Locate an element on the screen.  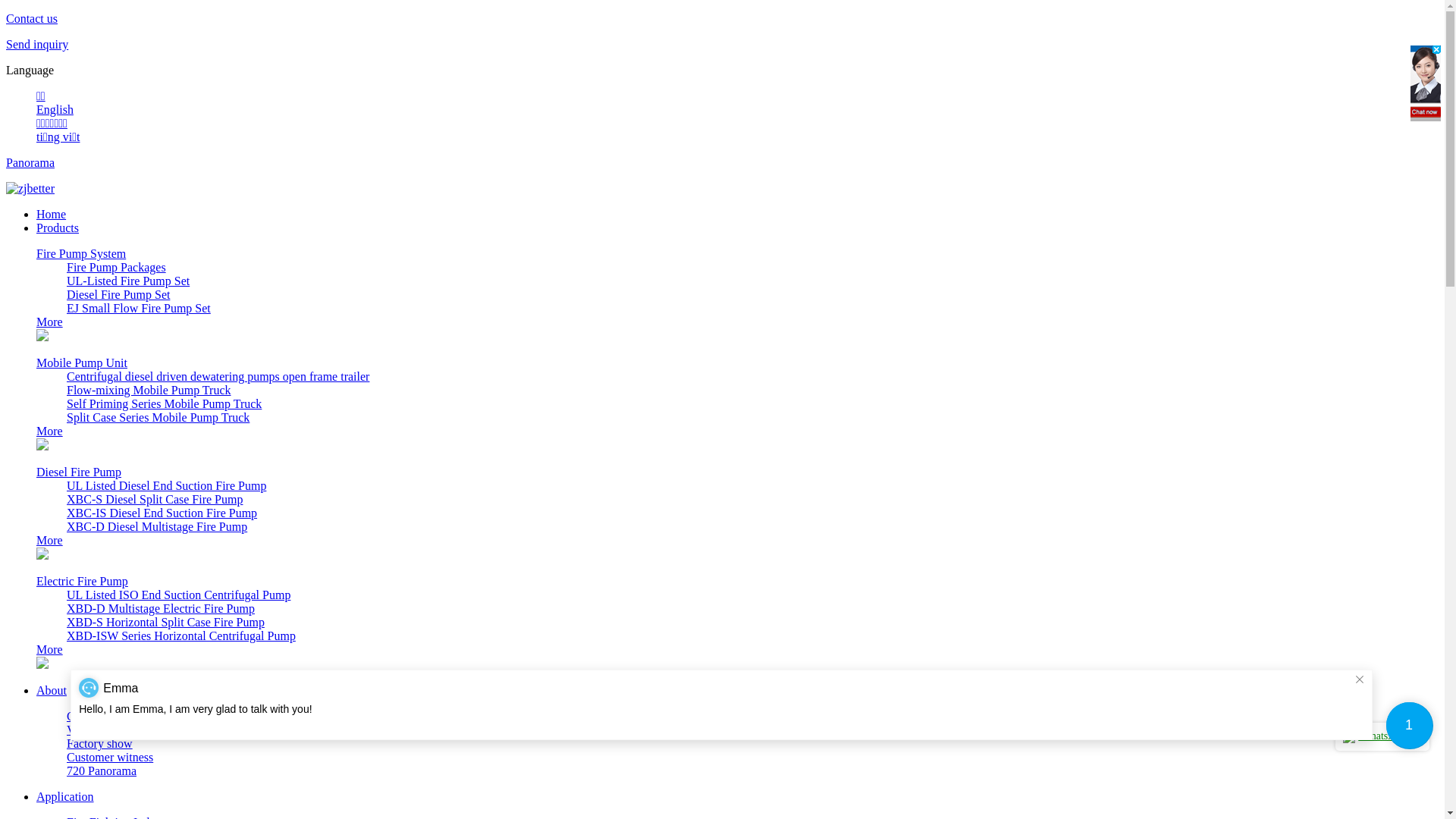
'720 Panorama' is located at coordinates (101, 770).